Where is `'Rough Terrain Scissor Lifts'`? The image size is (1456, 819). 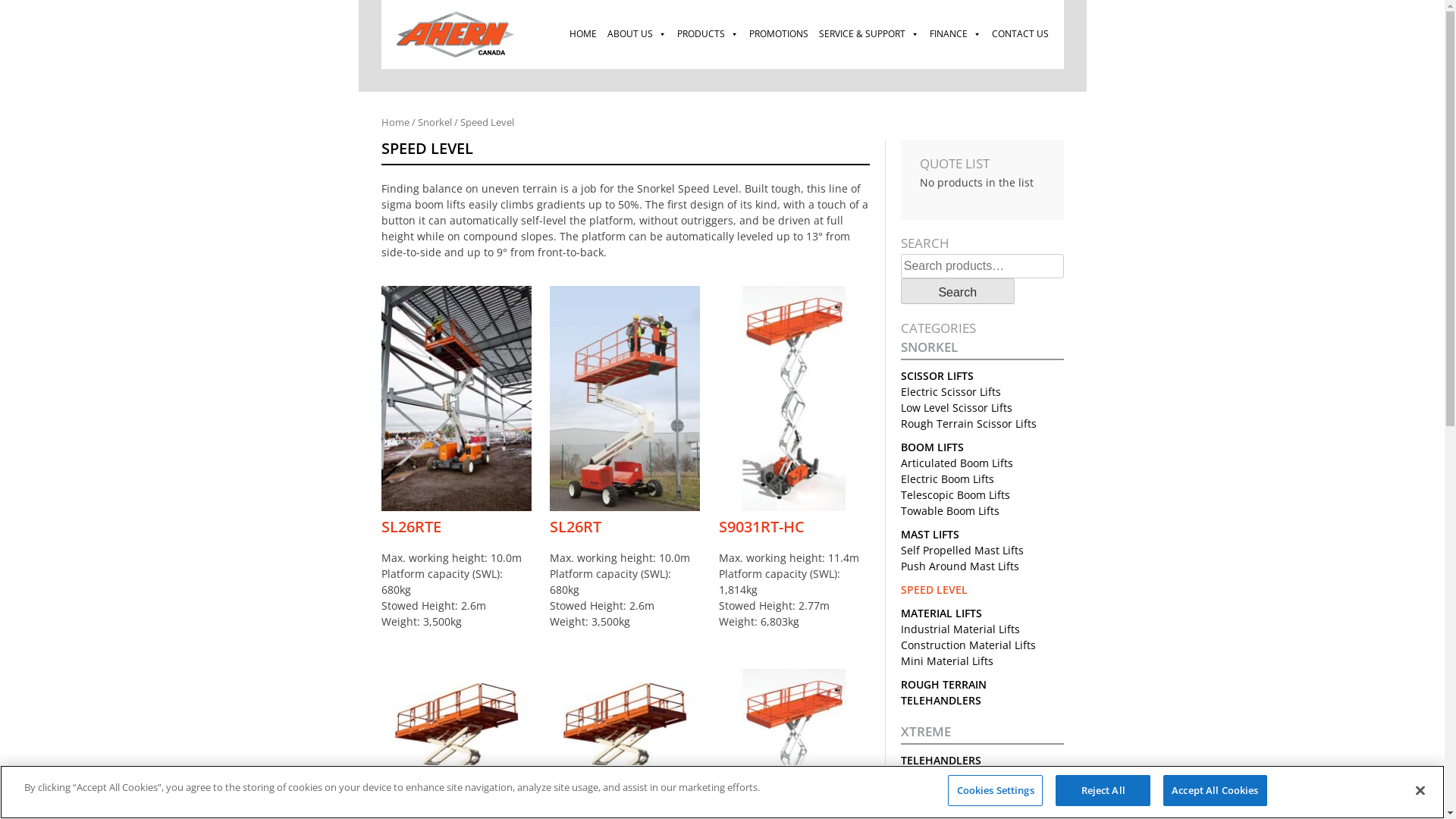 'Rough Terrain Scissor Lifts' is located at coordinates (901, 423).